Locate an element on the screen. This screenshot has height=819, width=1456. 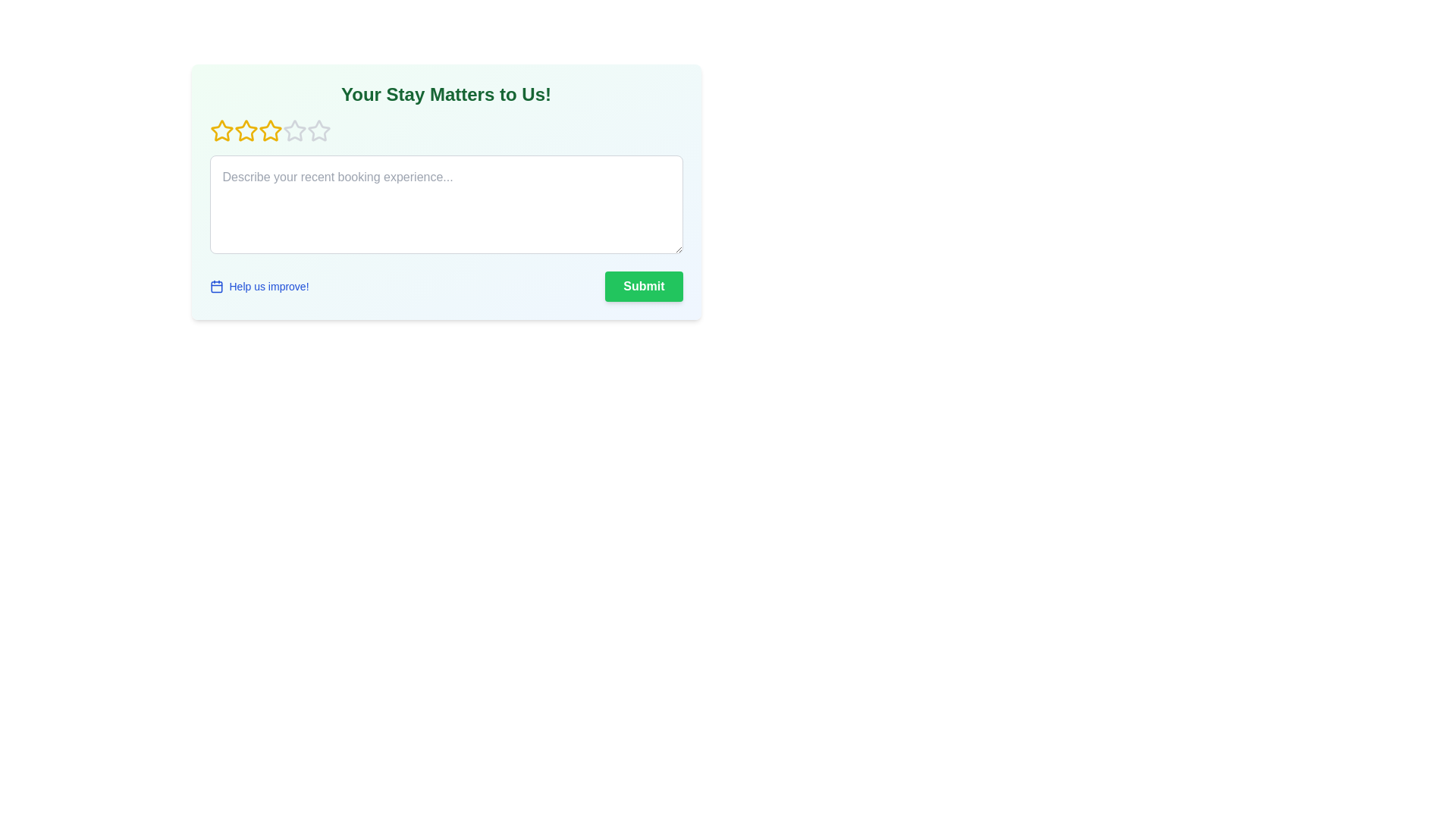
the rating to 4 stars by clicking the corresponding star icon is located at coordinates (294, 130).